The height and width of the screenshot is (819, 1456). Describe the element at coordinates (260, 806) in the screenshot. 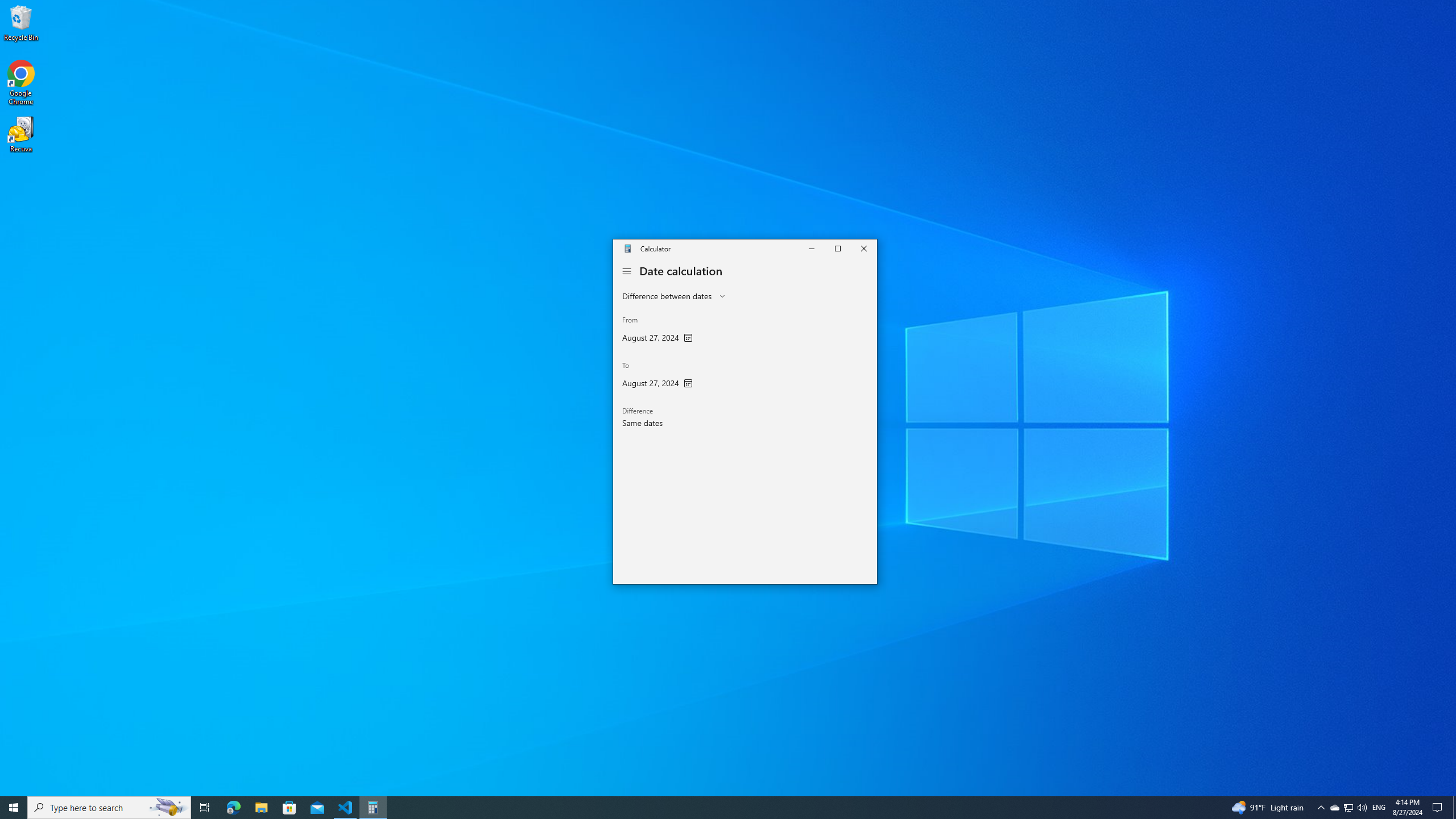

I see `'File Explorer'` at that location.